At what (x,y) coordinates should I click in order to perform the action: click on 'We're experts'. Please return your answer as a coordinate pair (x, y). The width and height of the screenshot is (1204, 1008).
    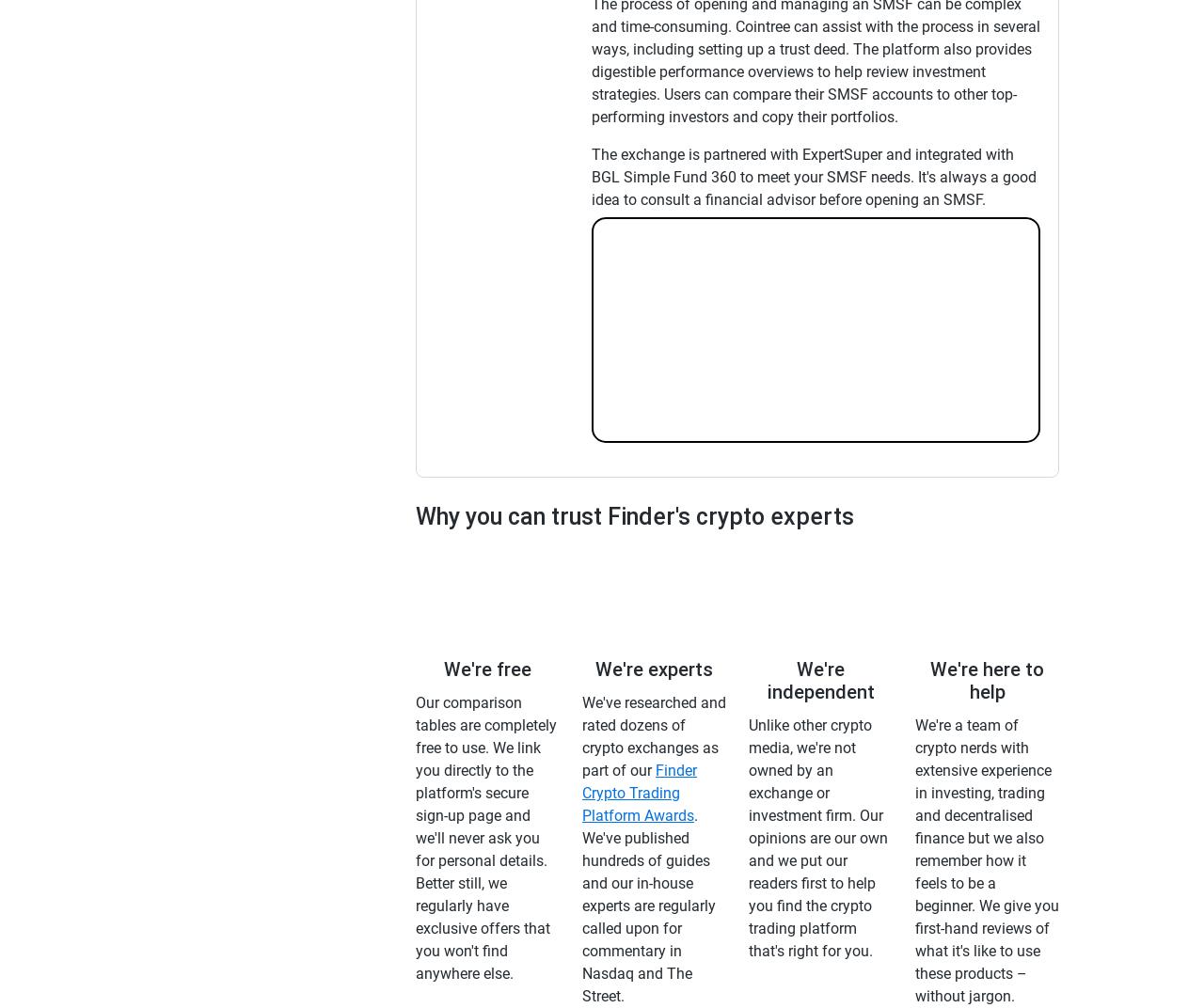
    Looking at the image, I should click on (654, 669).